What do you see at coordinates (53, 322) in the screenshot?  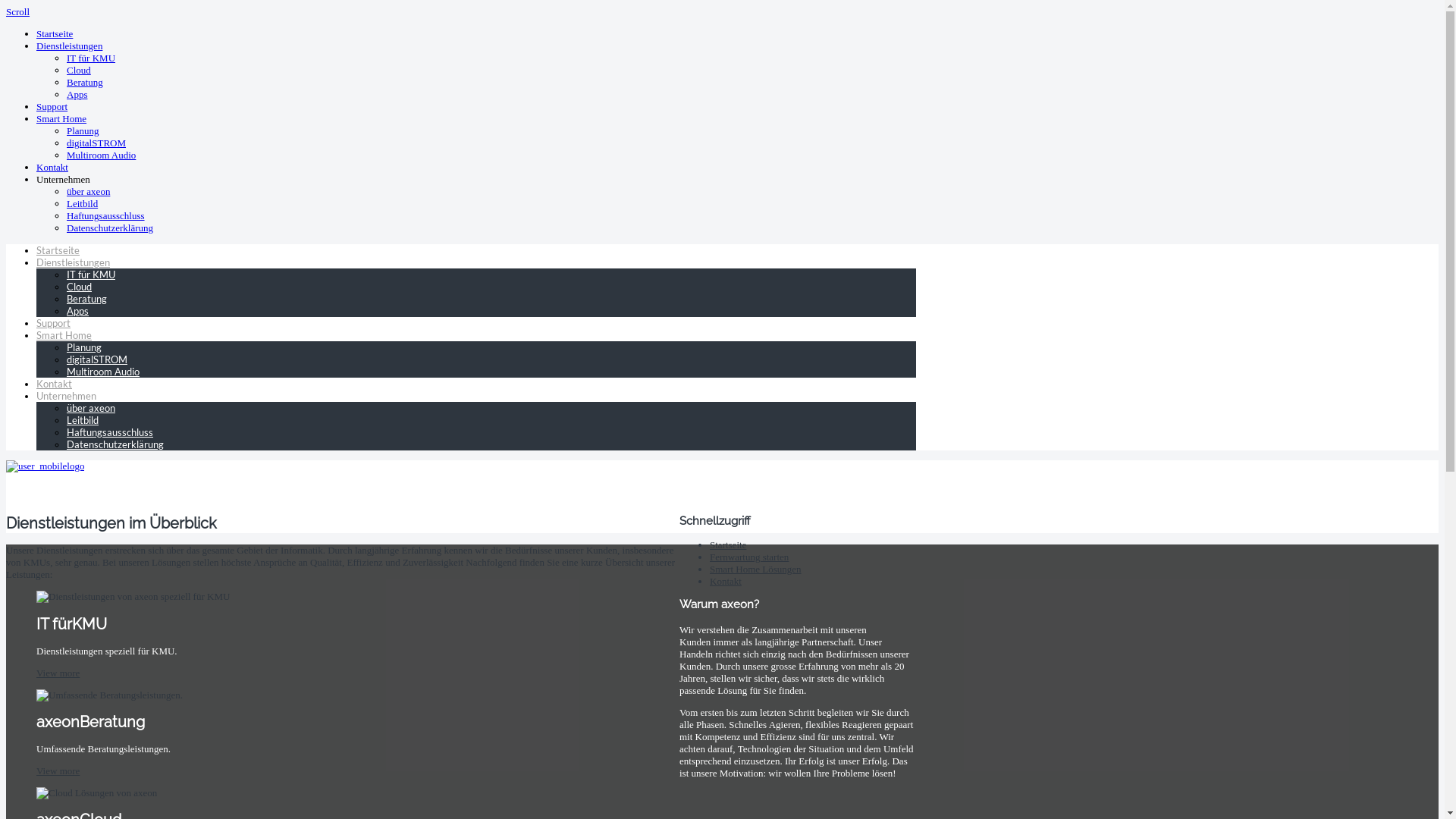 I see `'Support'` at bounding box center [53, 322].